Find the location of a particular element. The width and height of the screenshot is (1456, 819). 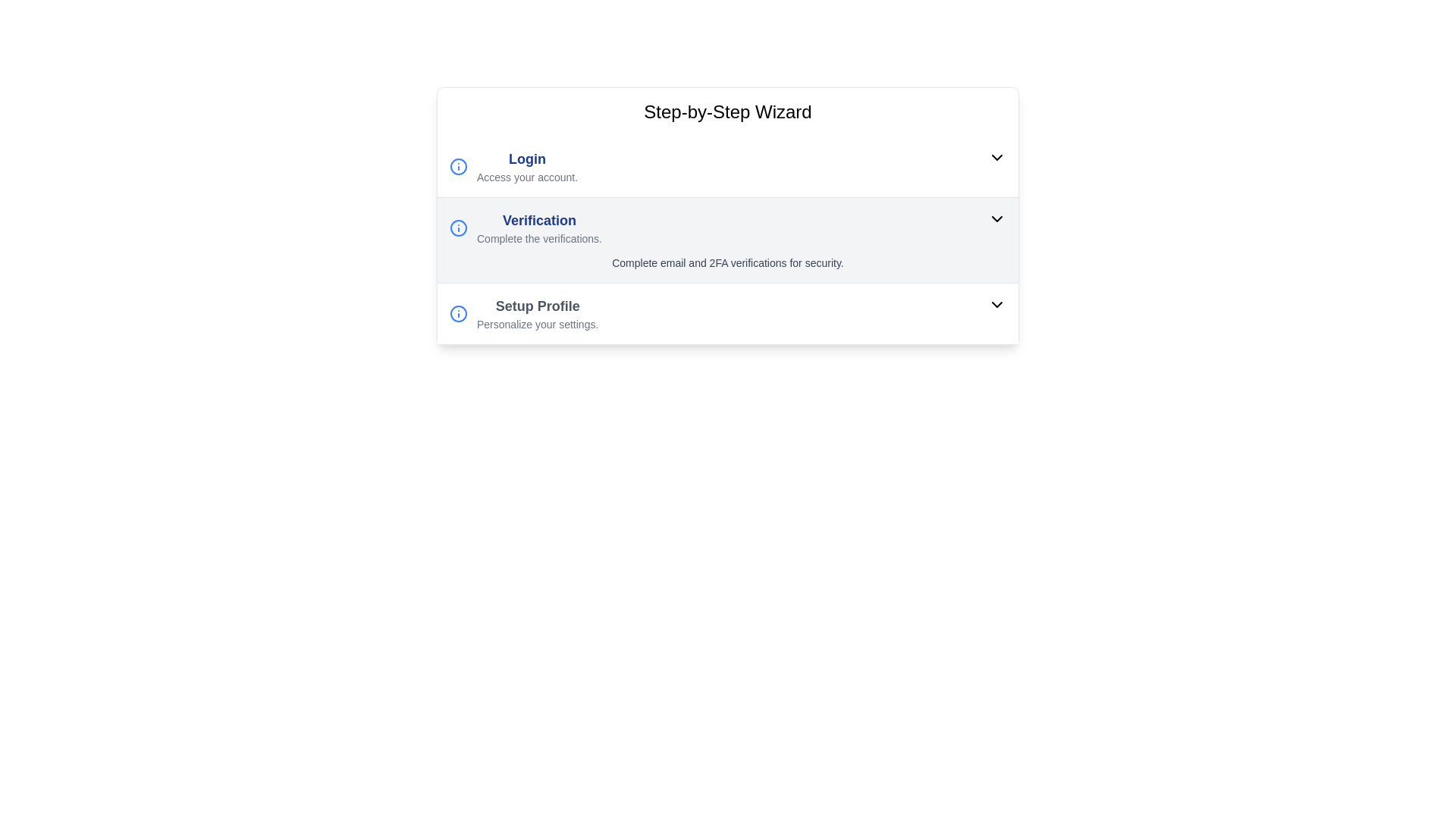

the bold blue text label 'Verification' which is centrally located in the second section of the step-by-step wizard interface, above the description text 'Complete the verifications.' and below a blue info icon is located at coordinates (539, 220).